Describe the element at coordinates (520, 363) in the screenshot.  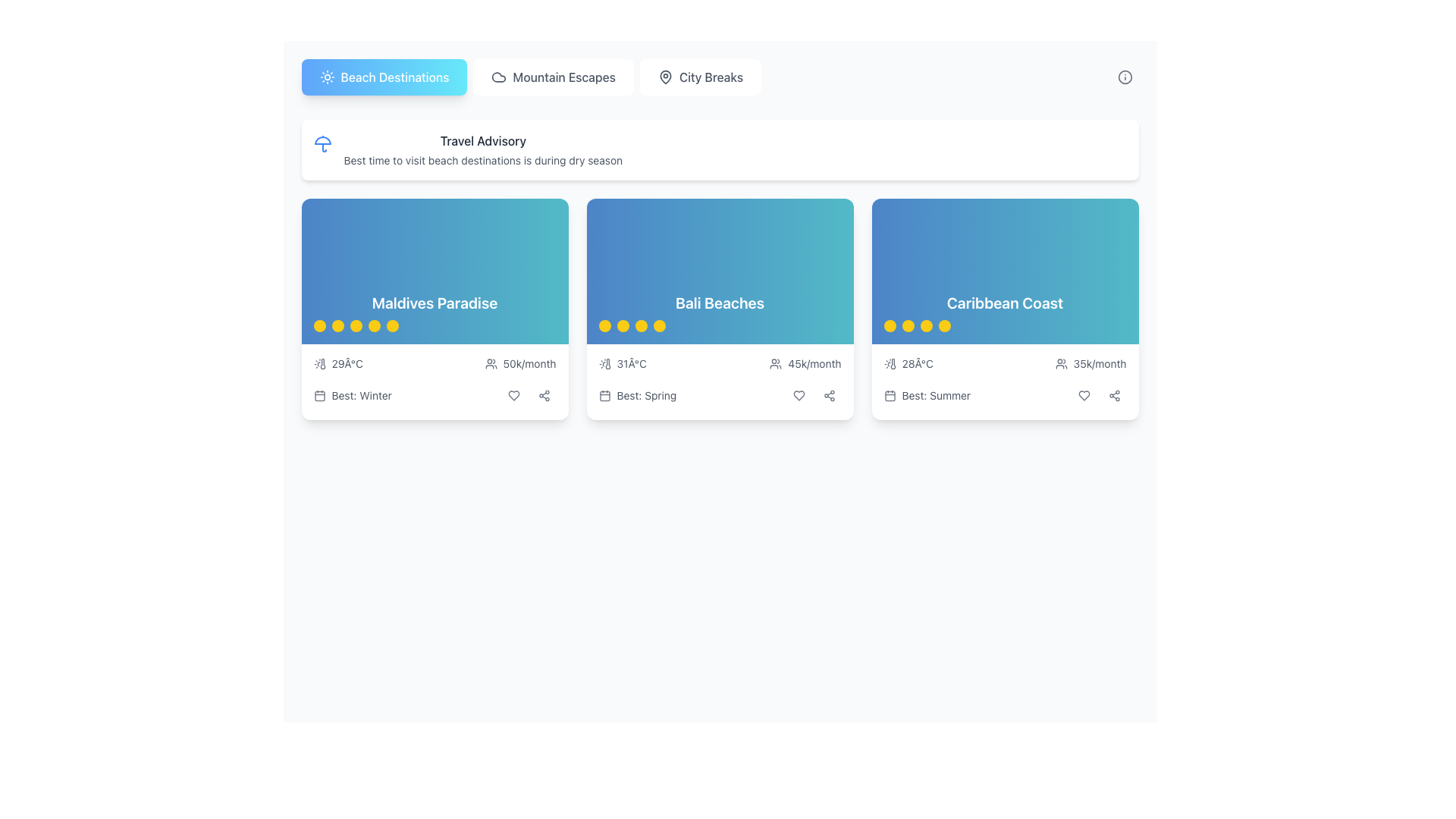
I see `text label indicating the monthly associated visitor count (50k) in the 'Maldives Paradise' card, located under the temperature indication (29°C) and above the recommendation text ('Best: Winter')` at that location.